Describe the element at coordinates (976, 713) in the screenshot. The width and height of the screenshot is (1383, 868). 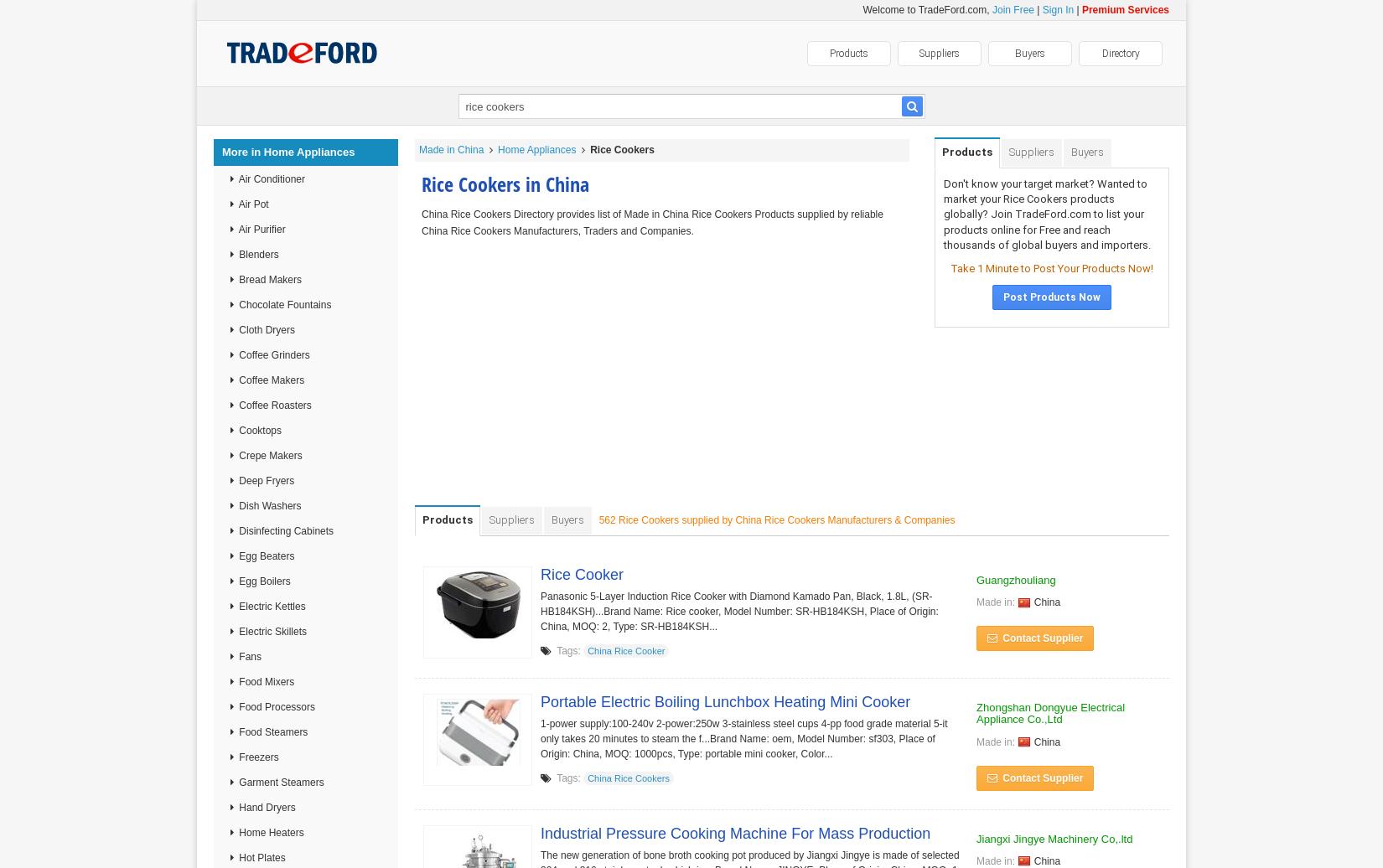
I see `'Zhongshan Dongyue Electrical Appliance Co.,Ltd'` at that location.